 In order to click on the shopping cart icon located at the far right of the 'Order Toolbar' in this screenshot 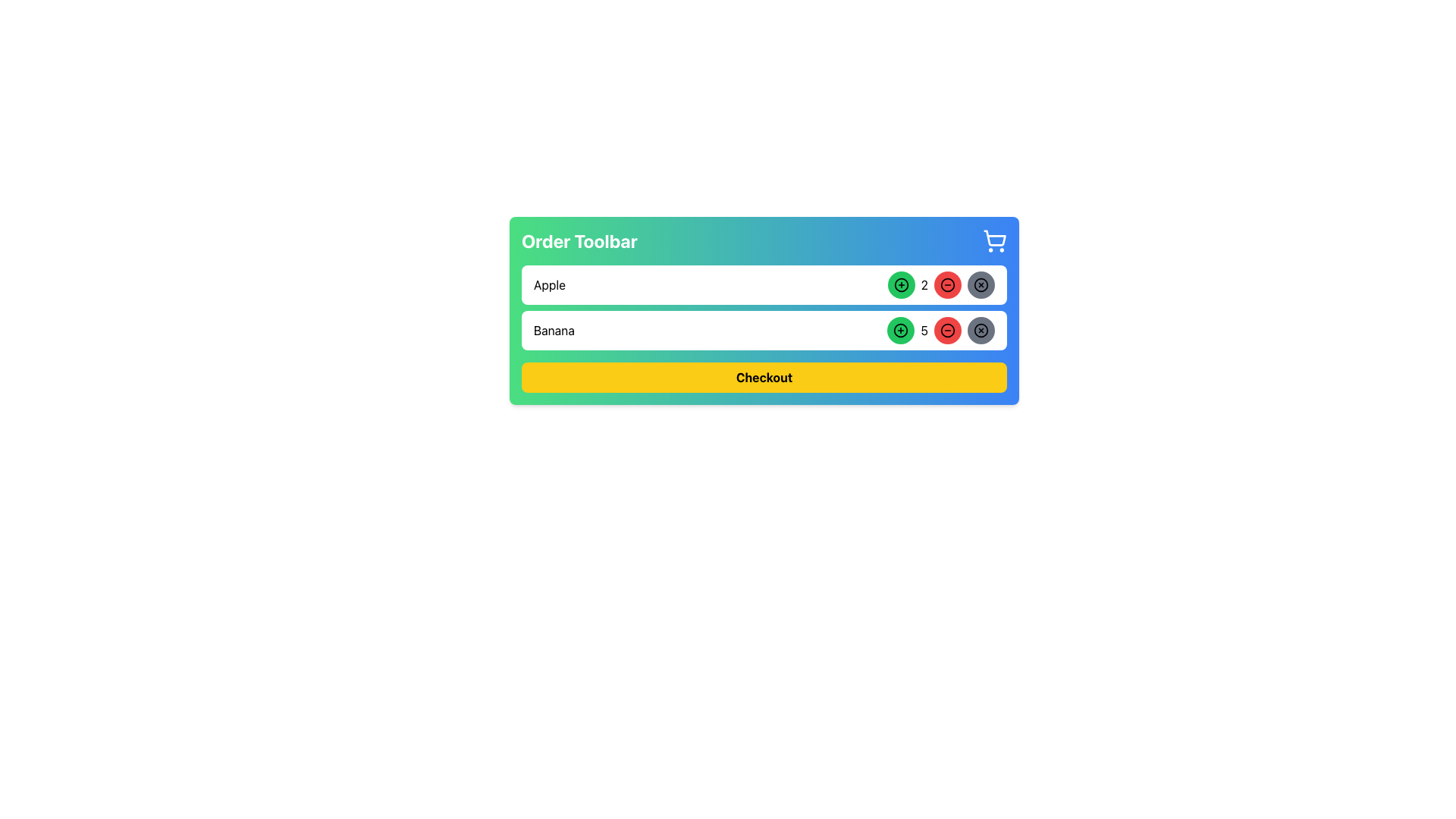, I will do `click(994, 240)`.